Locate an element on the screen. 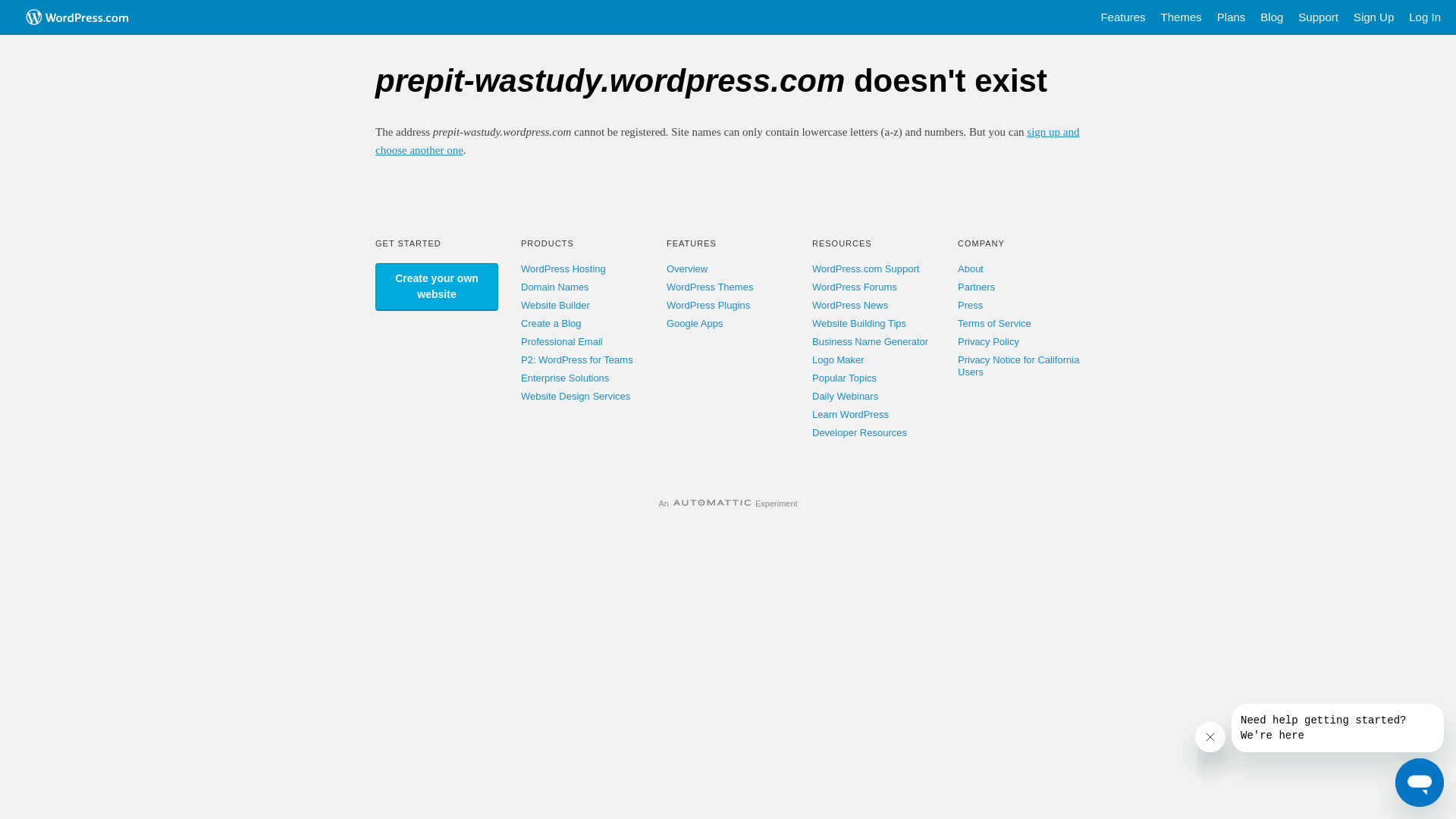 This screenshot has width=1456, height=819. 'Privacy Policy' is located at coordinates (956, 341).